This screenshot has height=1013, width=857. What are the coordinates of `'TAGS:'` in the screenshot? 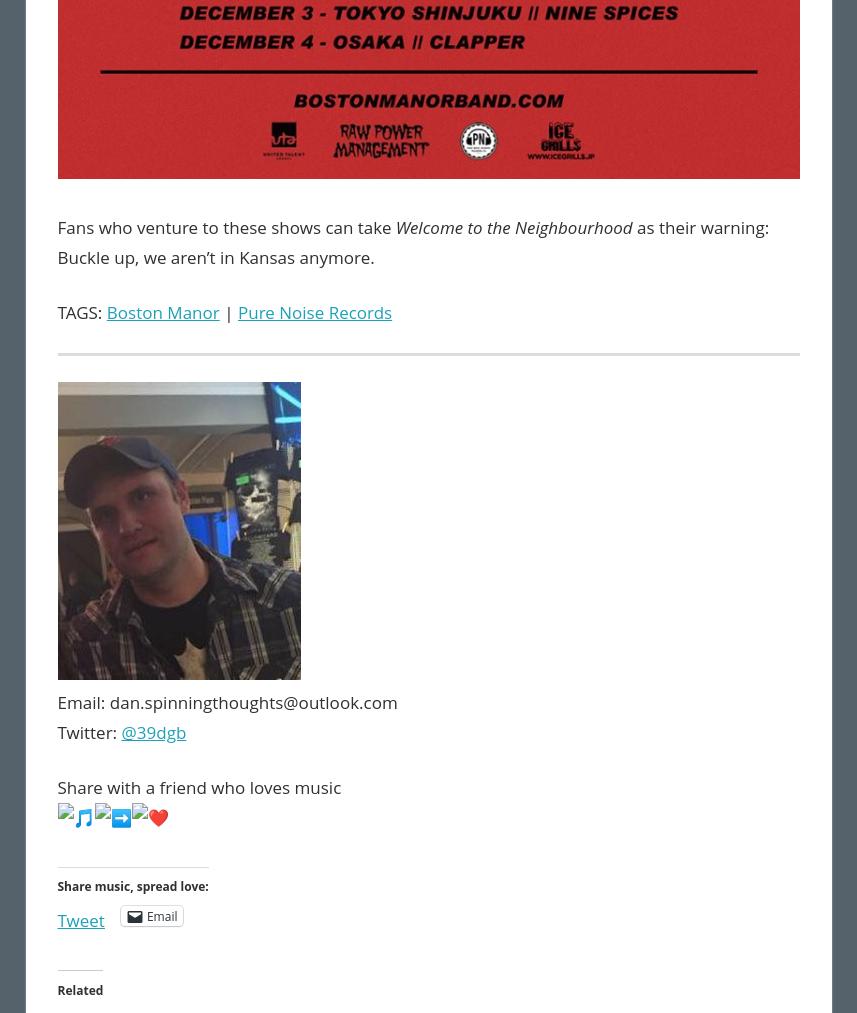 It's located at (81, 311).